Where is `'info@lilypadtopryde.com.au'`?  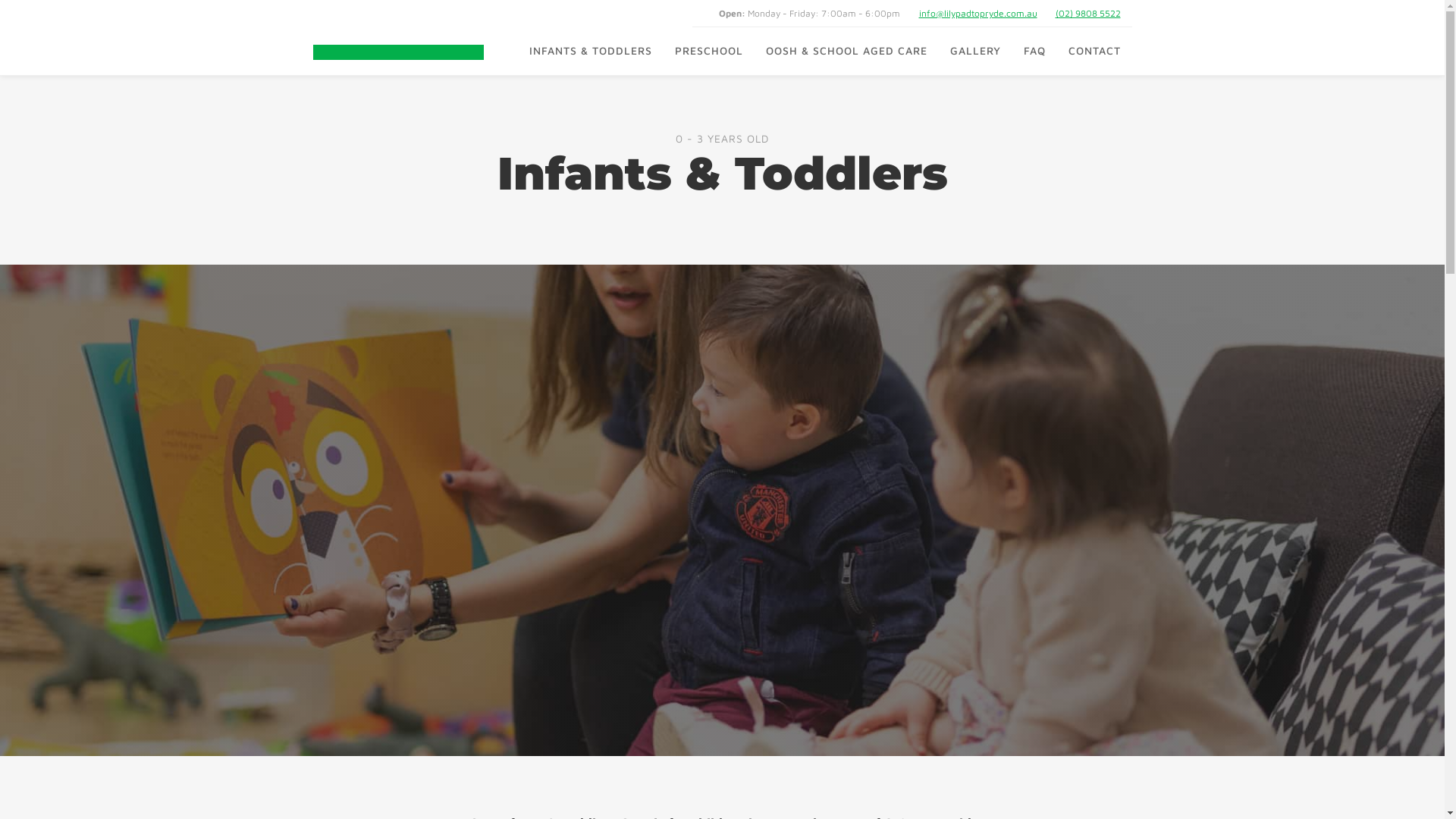
'info@lilypadtopryde.com.au' is located at coordinates (978, 13).